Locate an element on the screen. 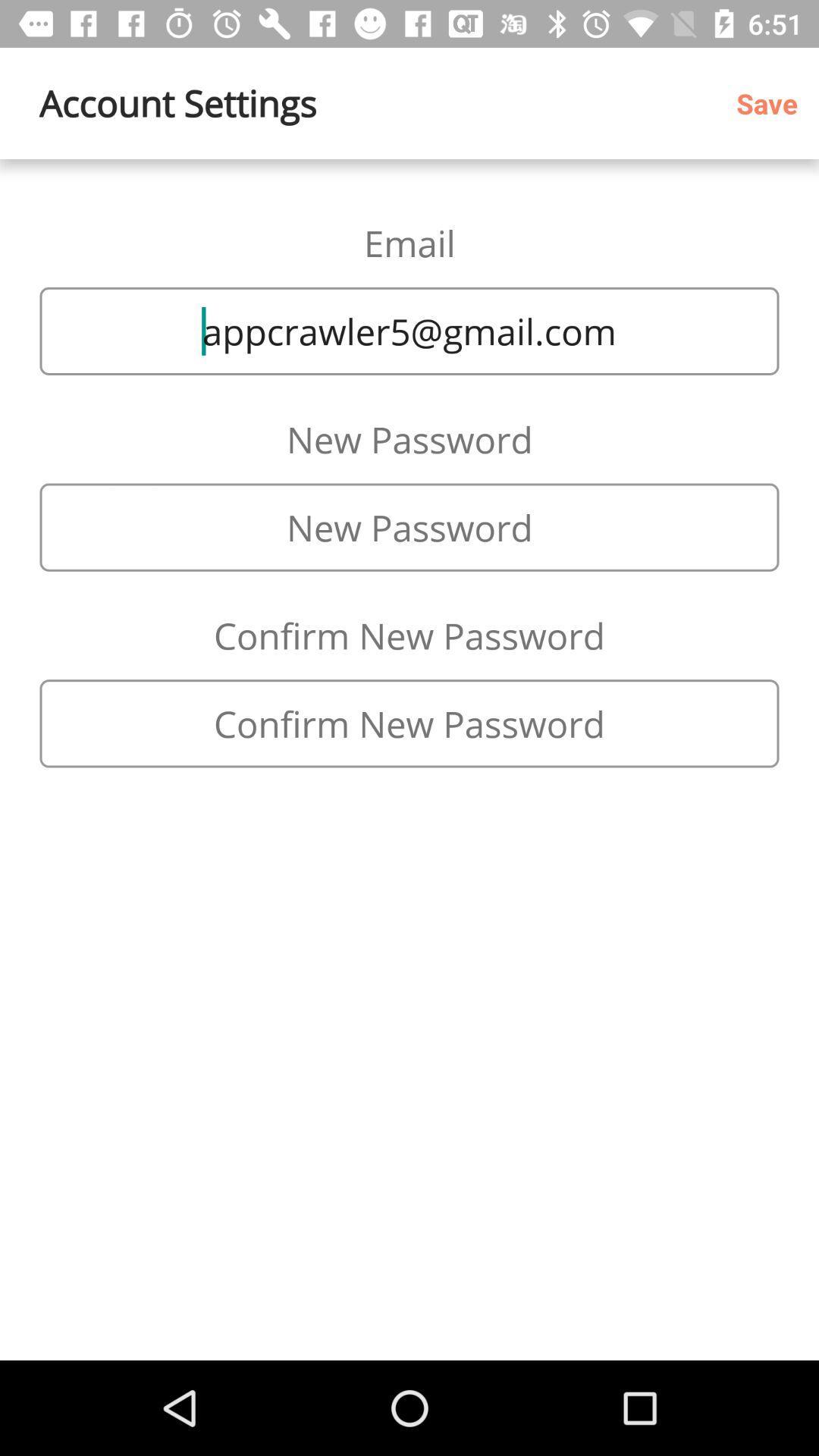 The width and height of the screenshot is (819, 1456). appcrawler5@gmail.com item is located at coordinates (409, 330).